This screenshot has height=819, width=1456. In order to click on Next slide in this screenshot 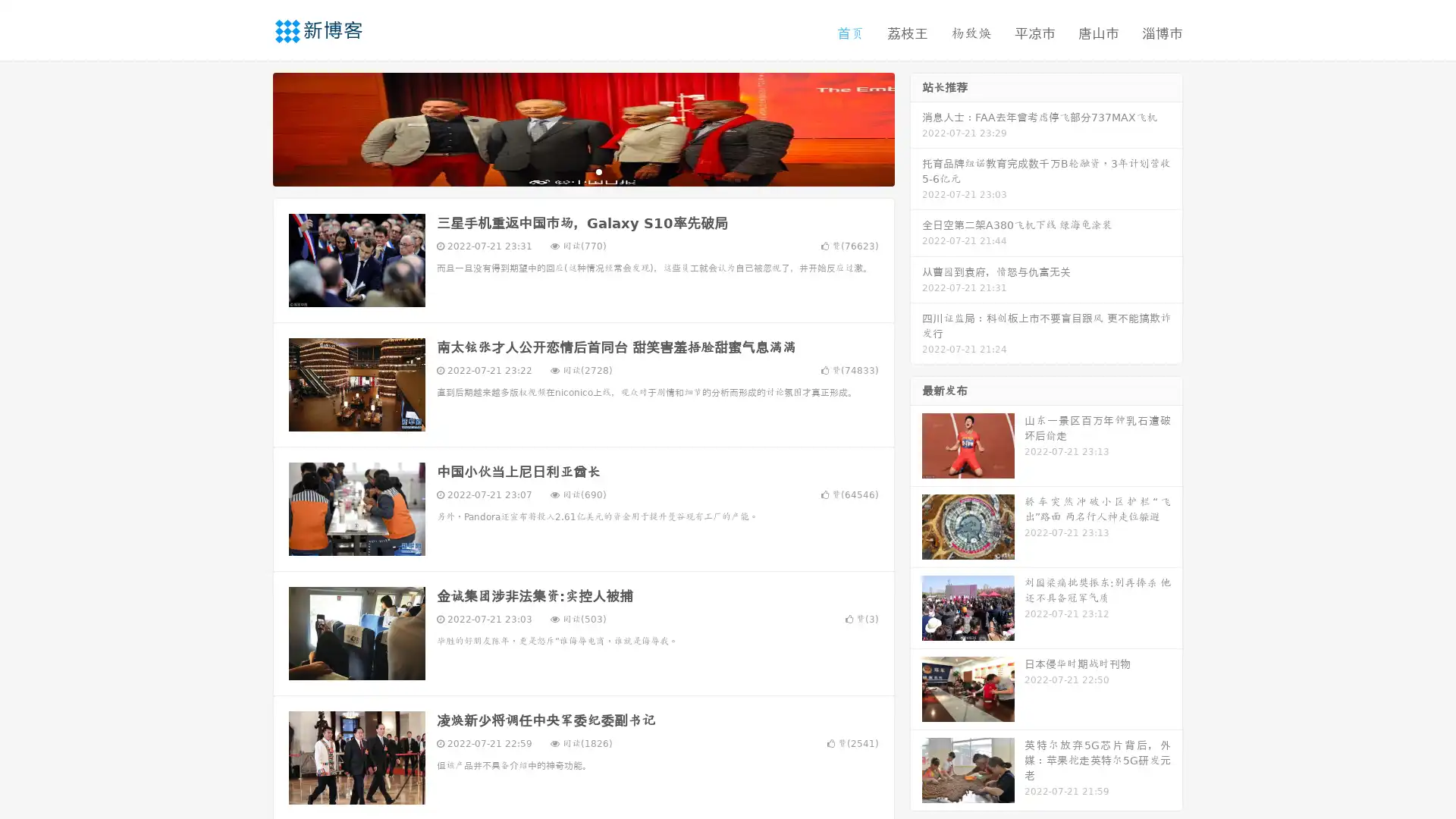, I will do `click(916, 127)`.